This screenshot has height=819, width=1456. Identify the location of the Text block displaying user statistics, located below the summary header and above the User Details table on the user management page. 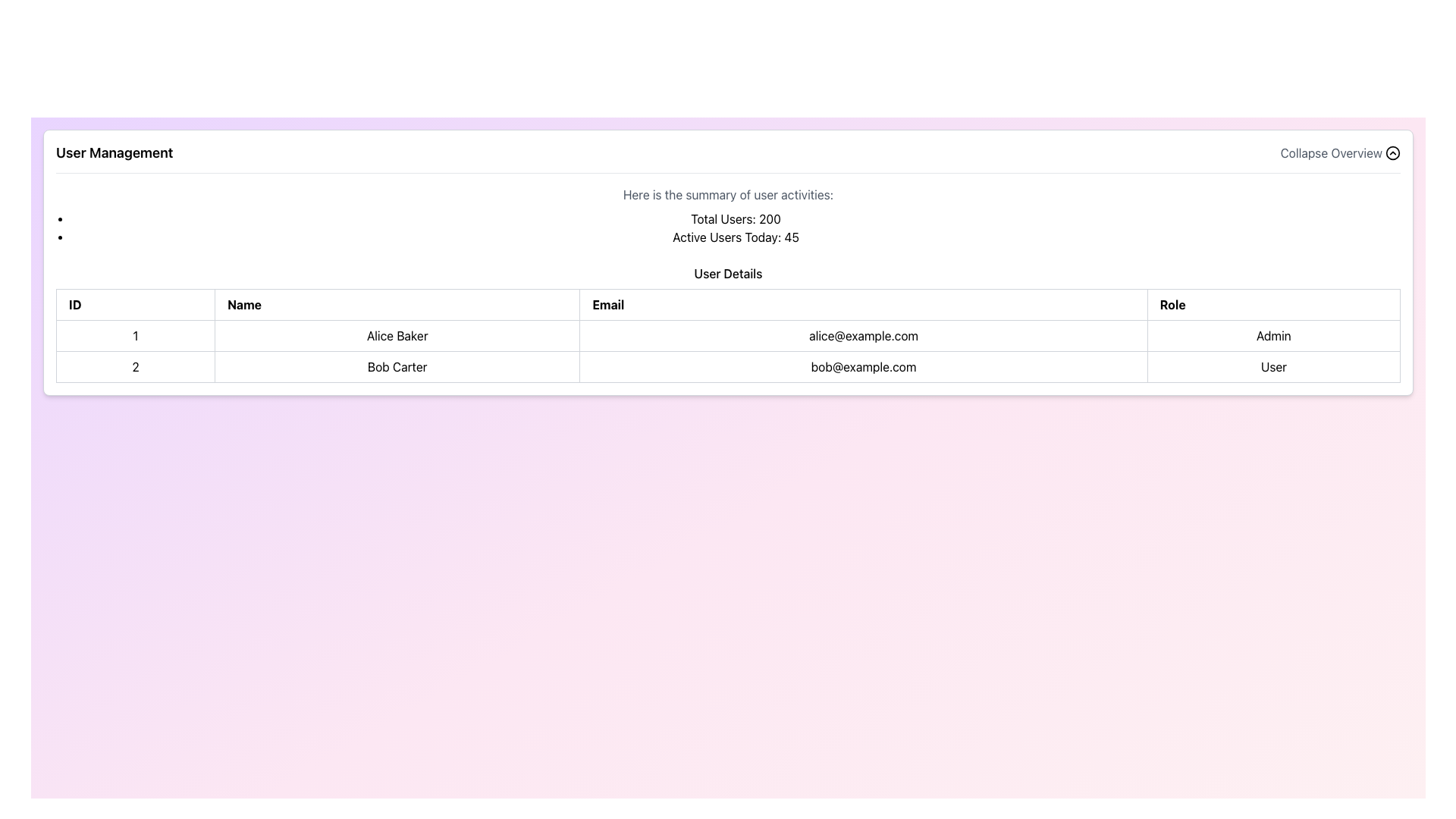
(736, 227).